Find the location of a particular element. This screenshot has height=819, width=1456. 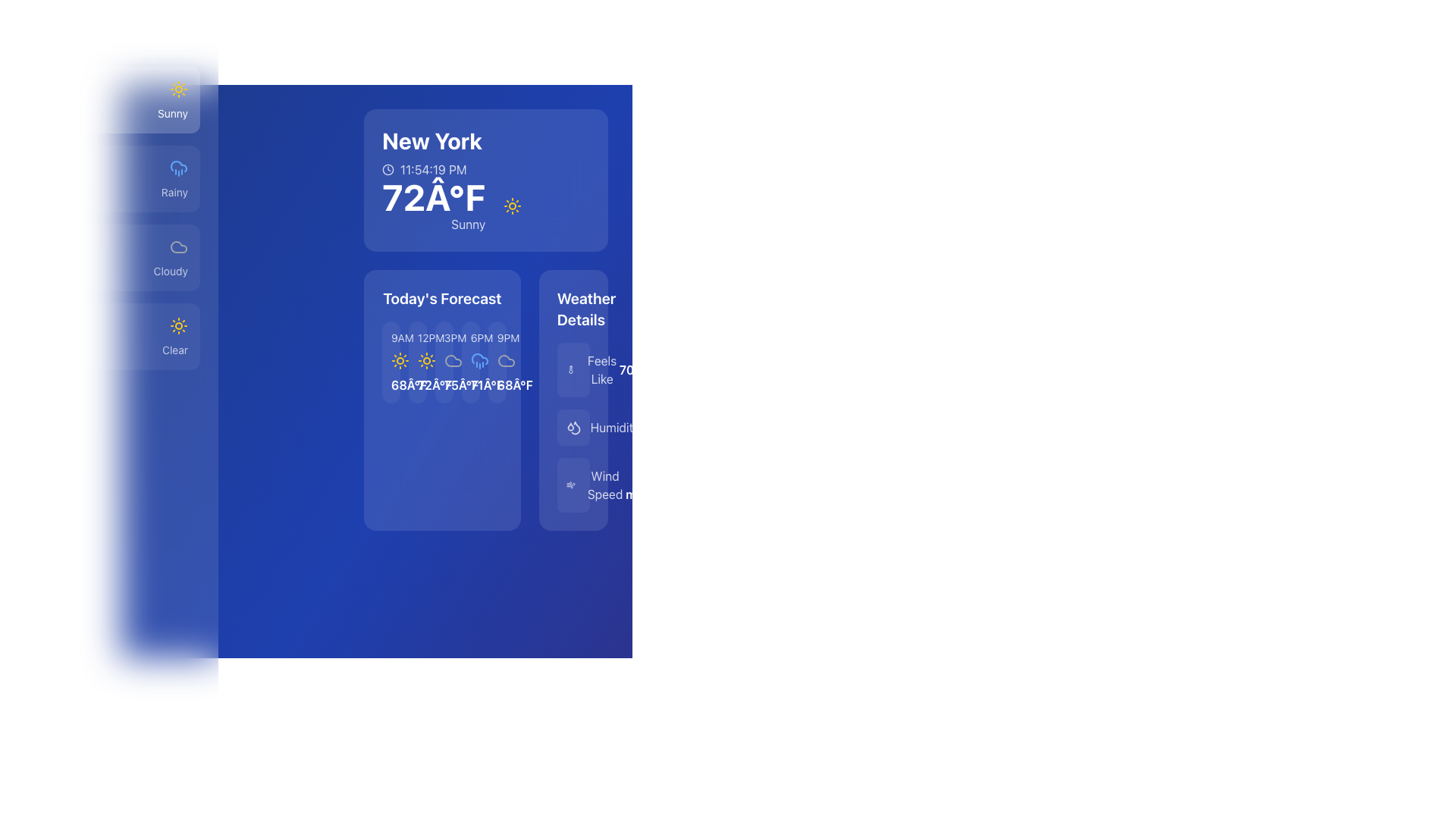

the humidity icon located in the 'Humidity' section of the 'Weather Details' panel on the right half of the interface is located at coordinates (573, 427).